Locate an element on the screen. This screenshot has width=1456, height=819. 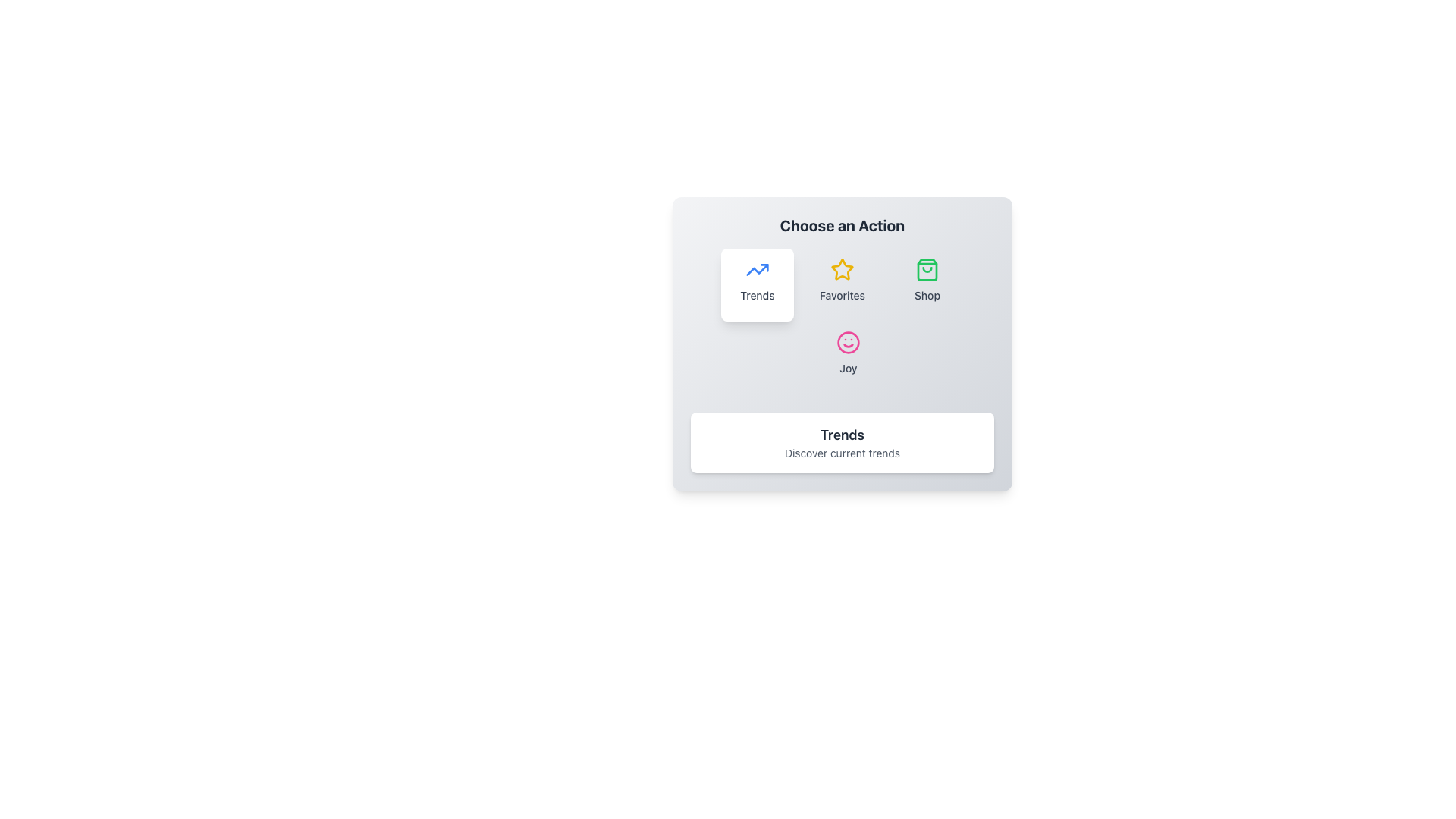
the round pink smiley face icon labeled 'Joy' is located at coordinates (847, 342).